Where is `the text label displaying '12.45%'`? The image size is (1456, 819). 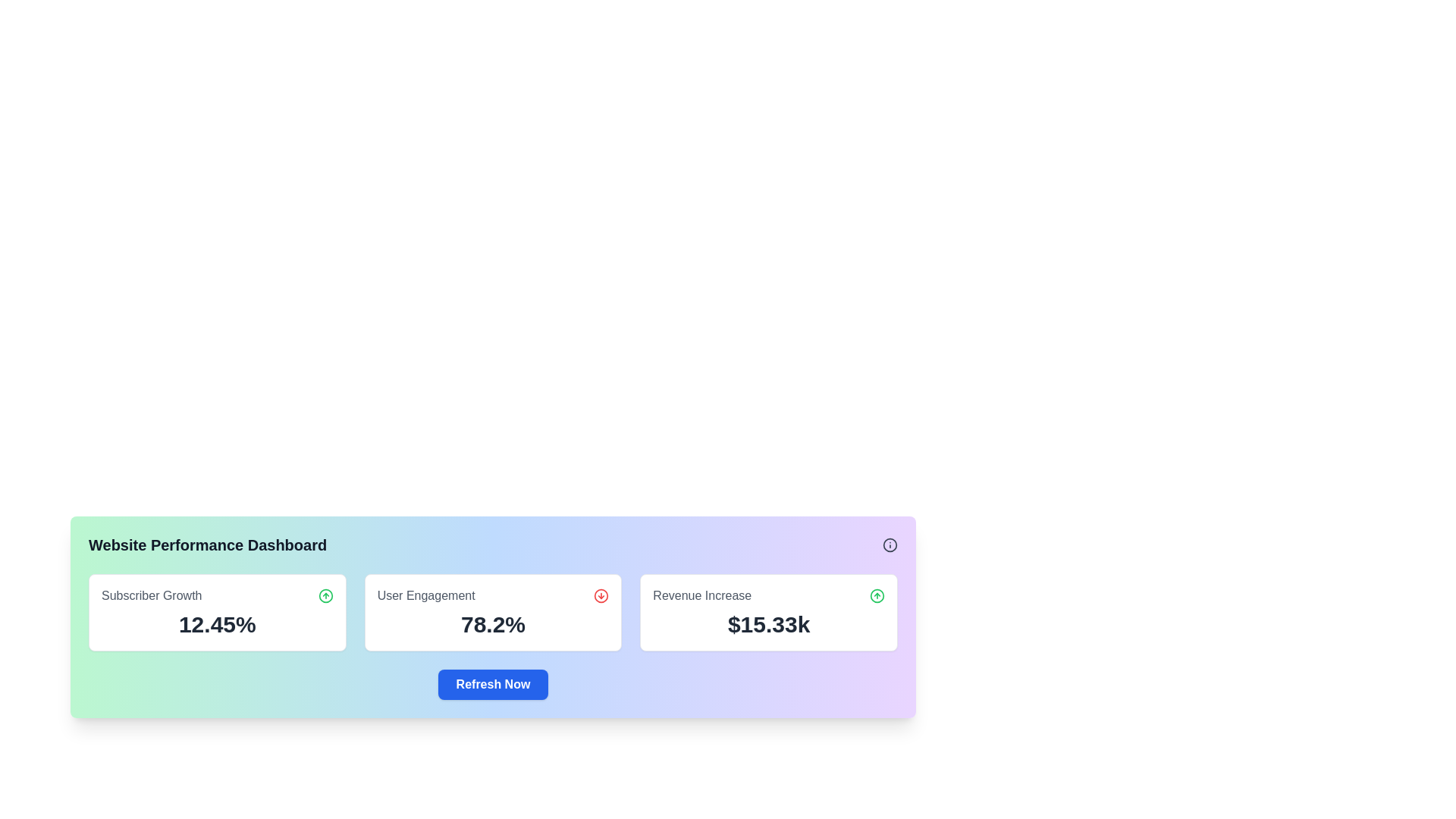
the text label displaying '12.45%' is located at coordinates (216, 625).